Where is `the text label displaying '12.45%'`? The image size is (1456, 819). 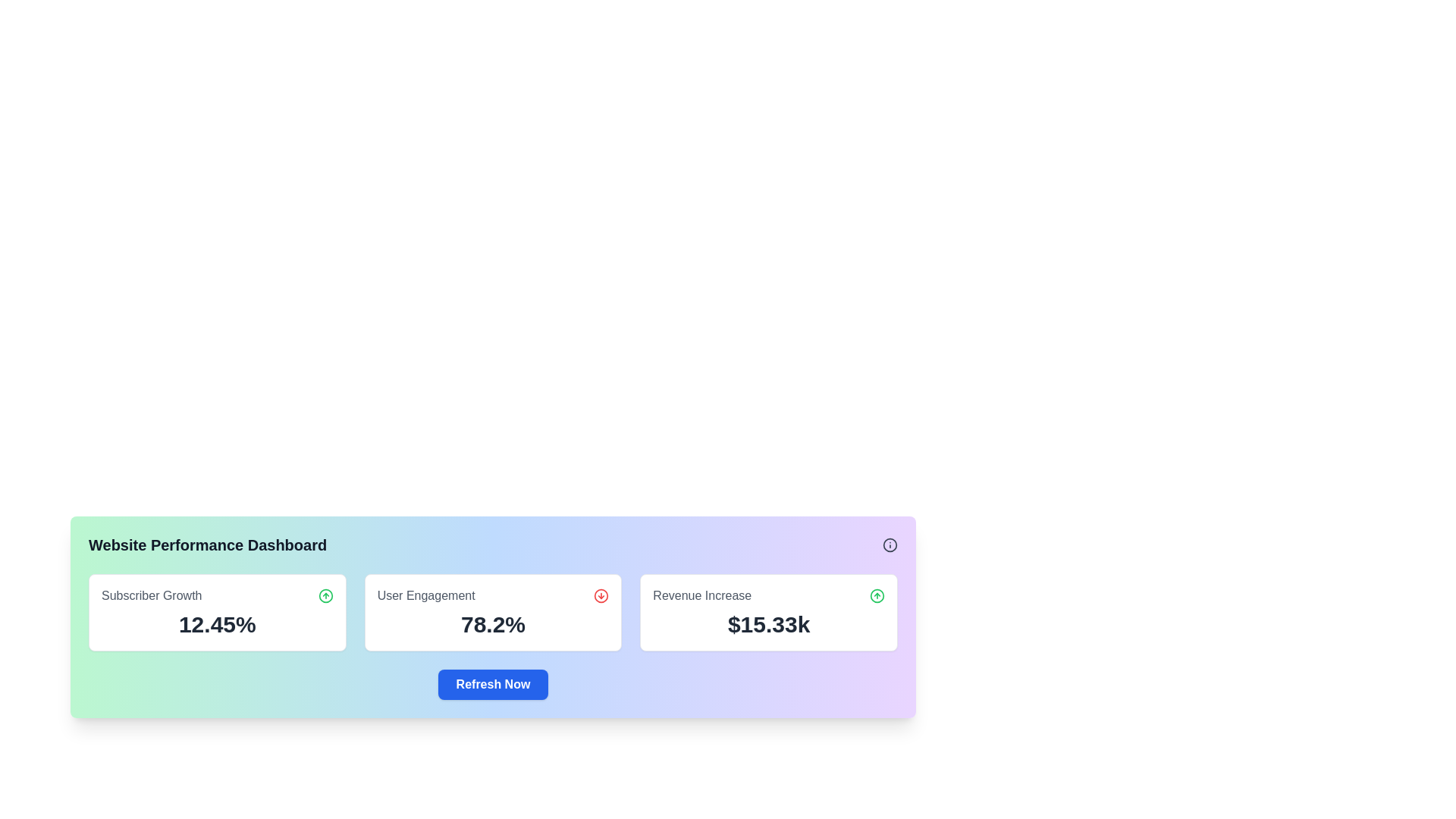
the text label displaying '12.45%' is located at coordinates (216, 625).